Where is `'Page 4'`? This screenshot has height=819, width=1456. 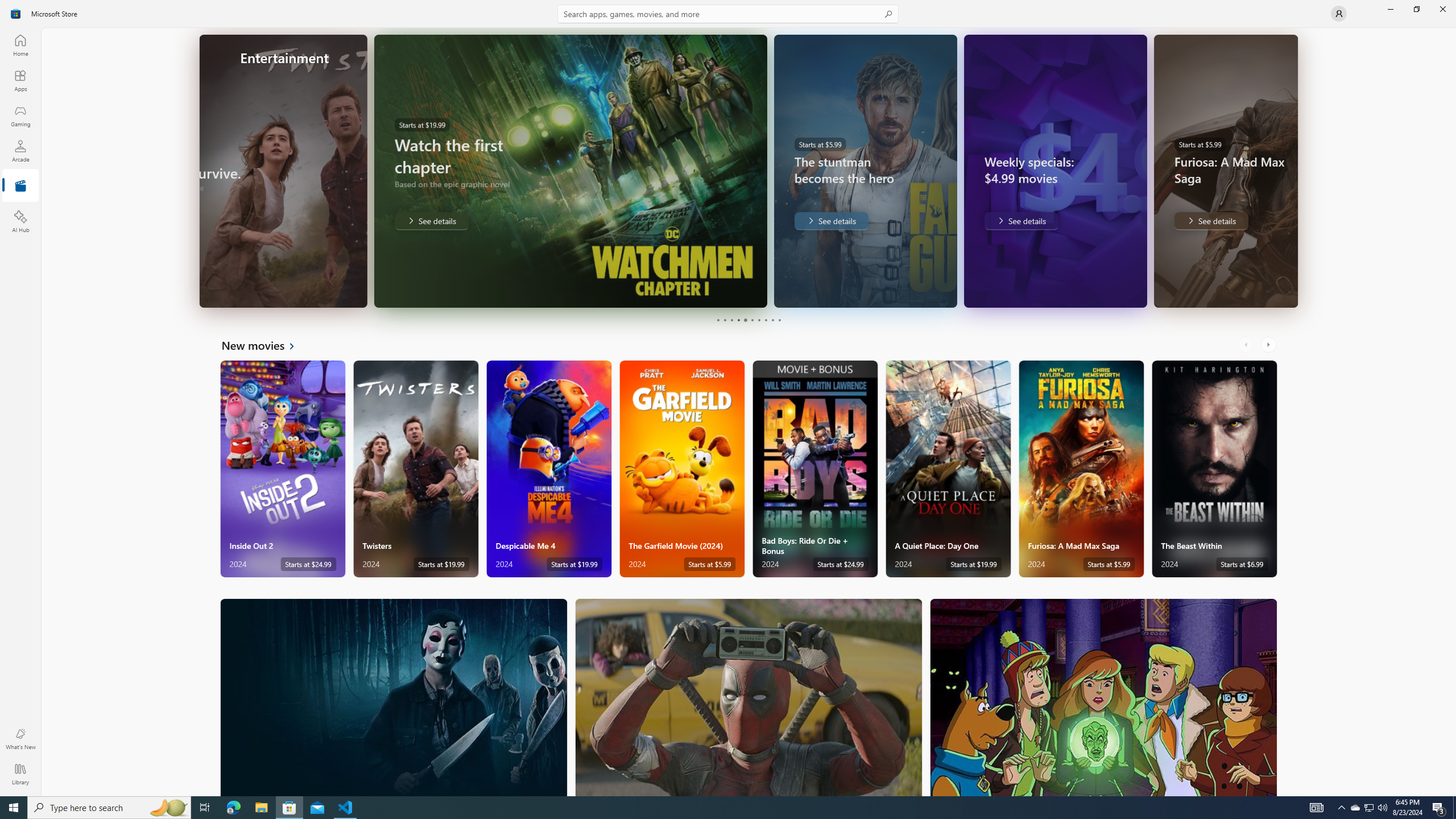 'Page 4' is located at coordinates (737, 320).